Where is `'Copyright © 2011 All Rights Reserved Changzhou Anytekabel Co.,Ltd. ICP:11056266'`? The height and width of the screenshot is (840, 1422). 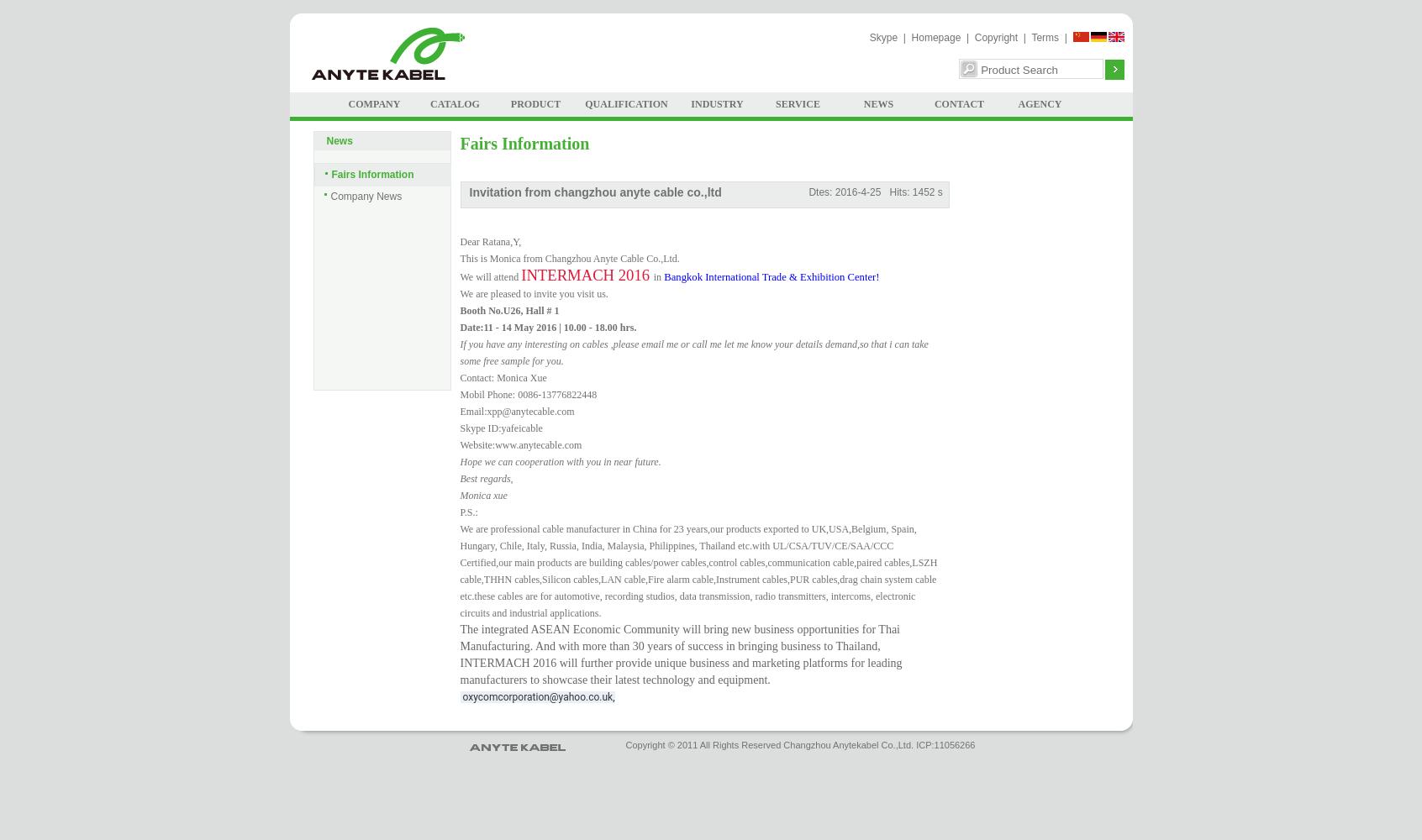
'Copyright © 2011 All Rights Reserved Changzhou Anytekabel Co.,Ltd. ICP:11056266' is located at coordinates (799, 745).